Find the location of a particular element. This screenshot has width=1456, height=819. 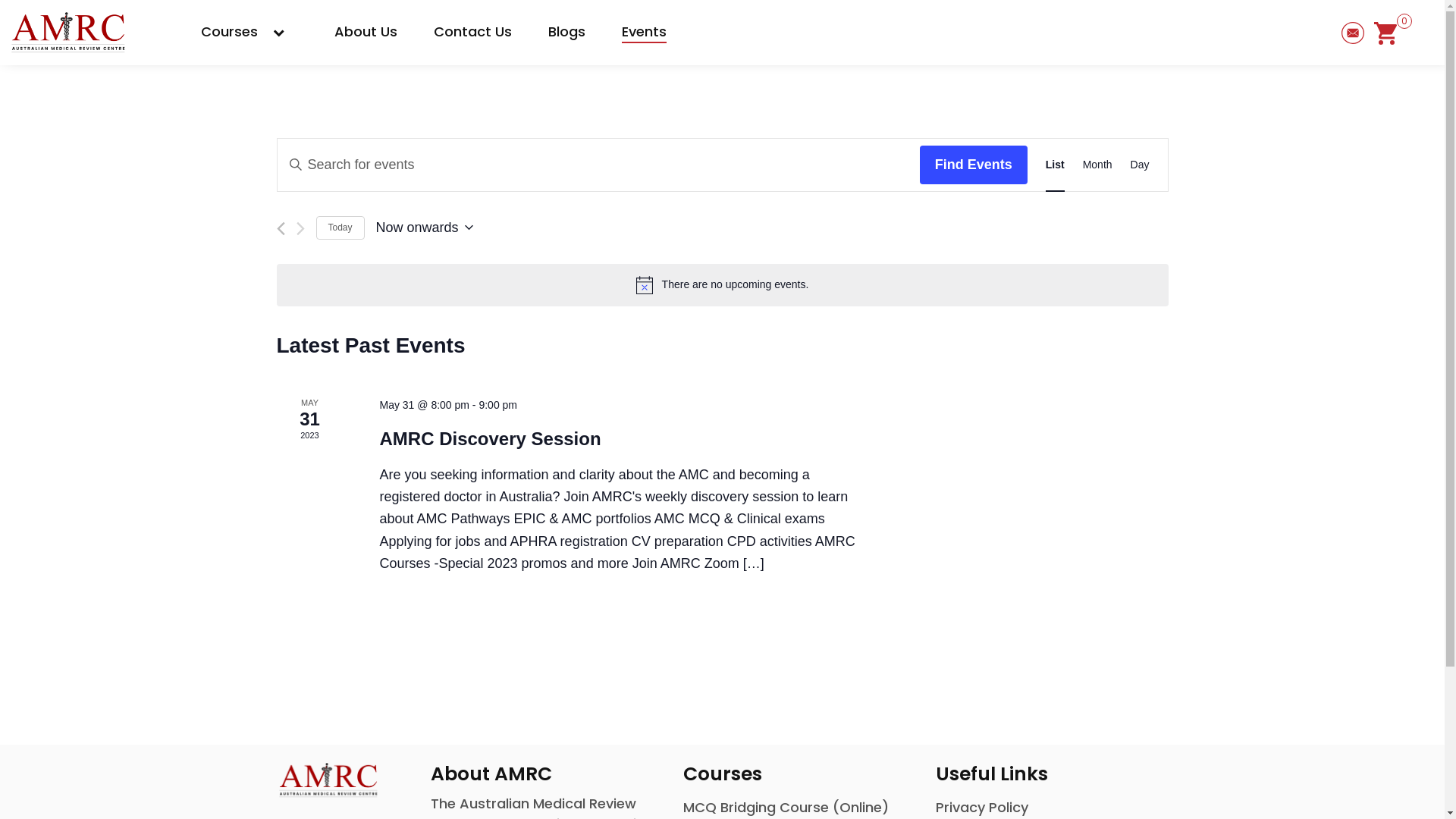

'Contact Us' is located at coordinates (472, 31).